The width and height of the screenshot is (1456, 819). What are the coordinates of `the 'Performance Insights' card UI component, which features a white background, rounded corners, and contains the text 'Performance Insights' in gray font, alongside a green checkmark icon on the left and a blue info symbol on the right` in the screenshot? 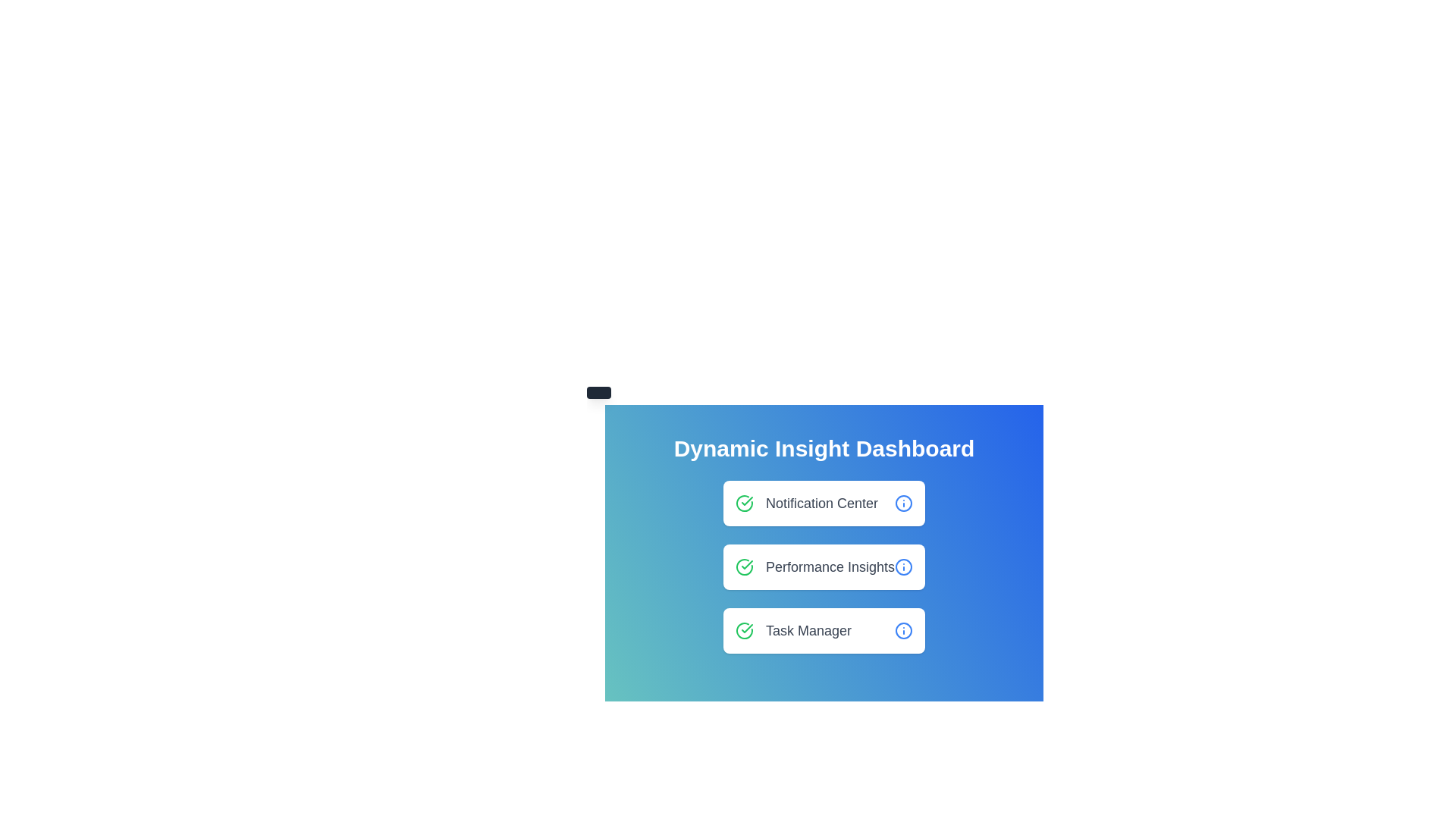 It's located at (823, 567).